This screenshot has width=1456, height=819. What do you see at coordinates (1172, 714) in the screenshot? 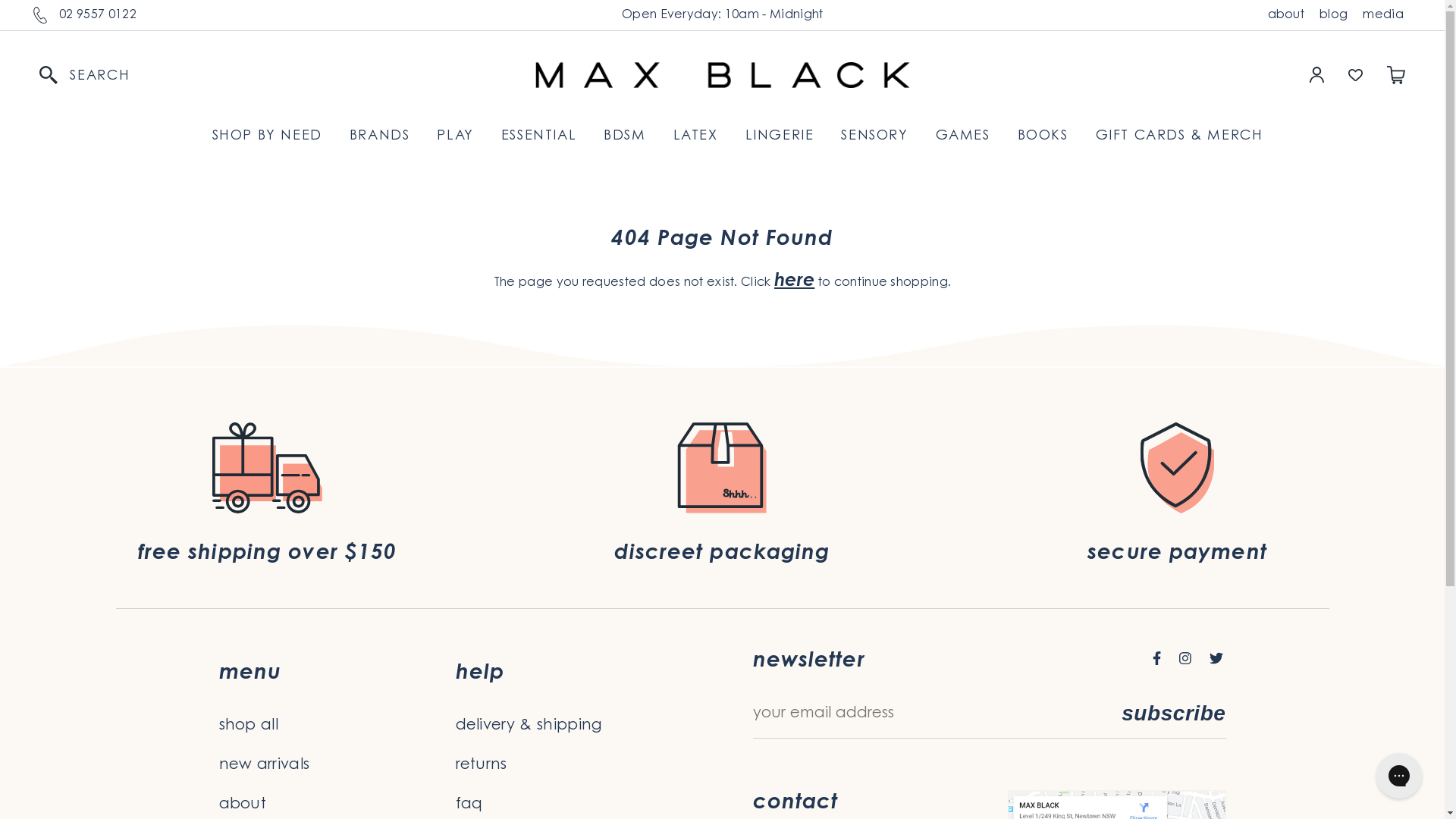
I see `'subscribe'` at bounding box center [1172, 714].